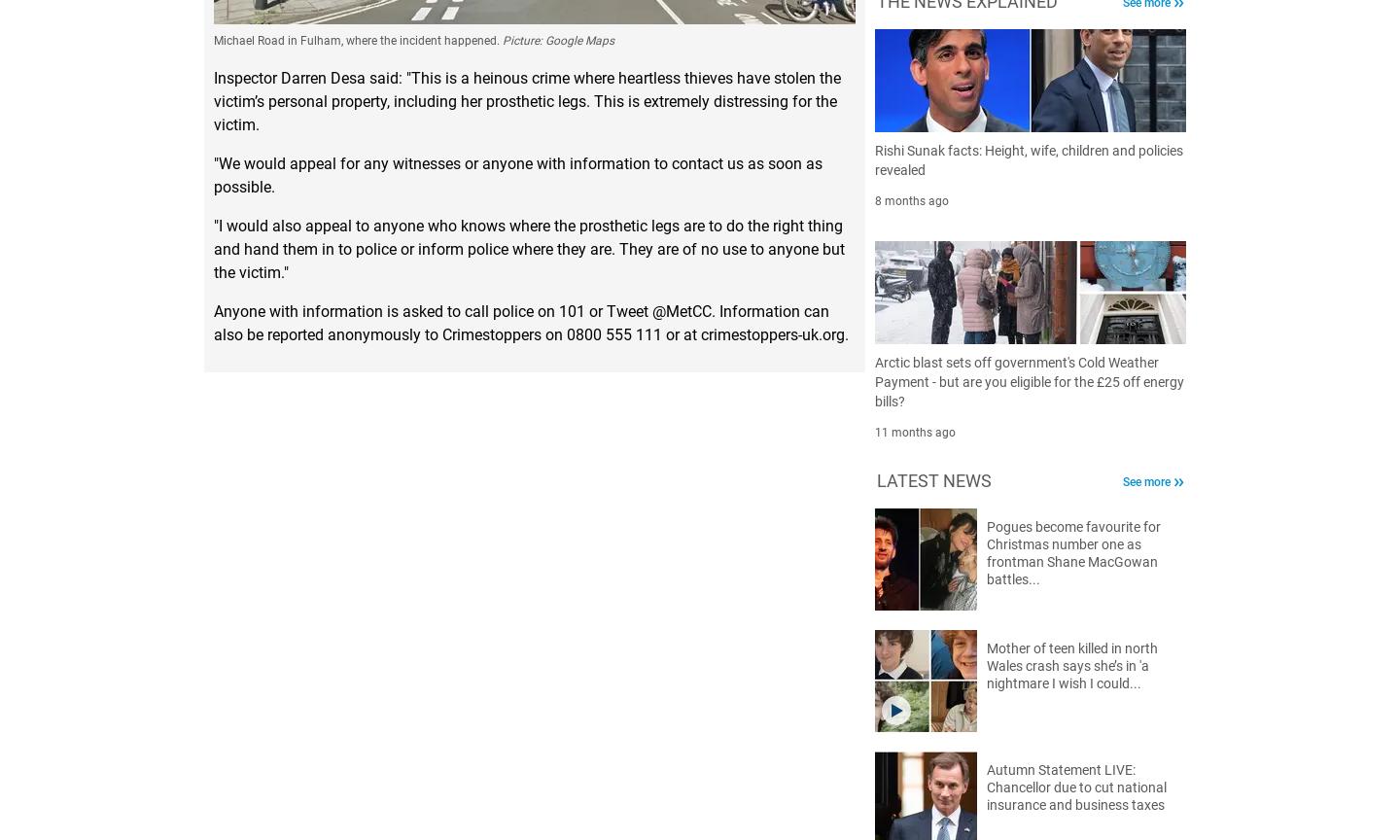 This screenshot has height=840, width=1400. What do you see at coordinates (1146, 482) in the screenshot?
I see `'See more'` at bounding box center [1146, 482].